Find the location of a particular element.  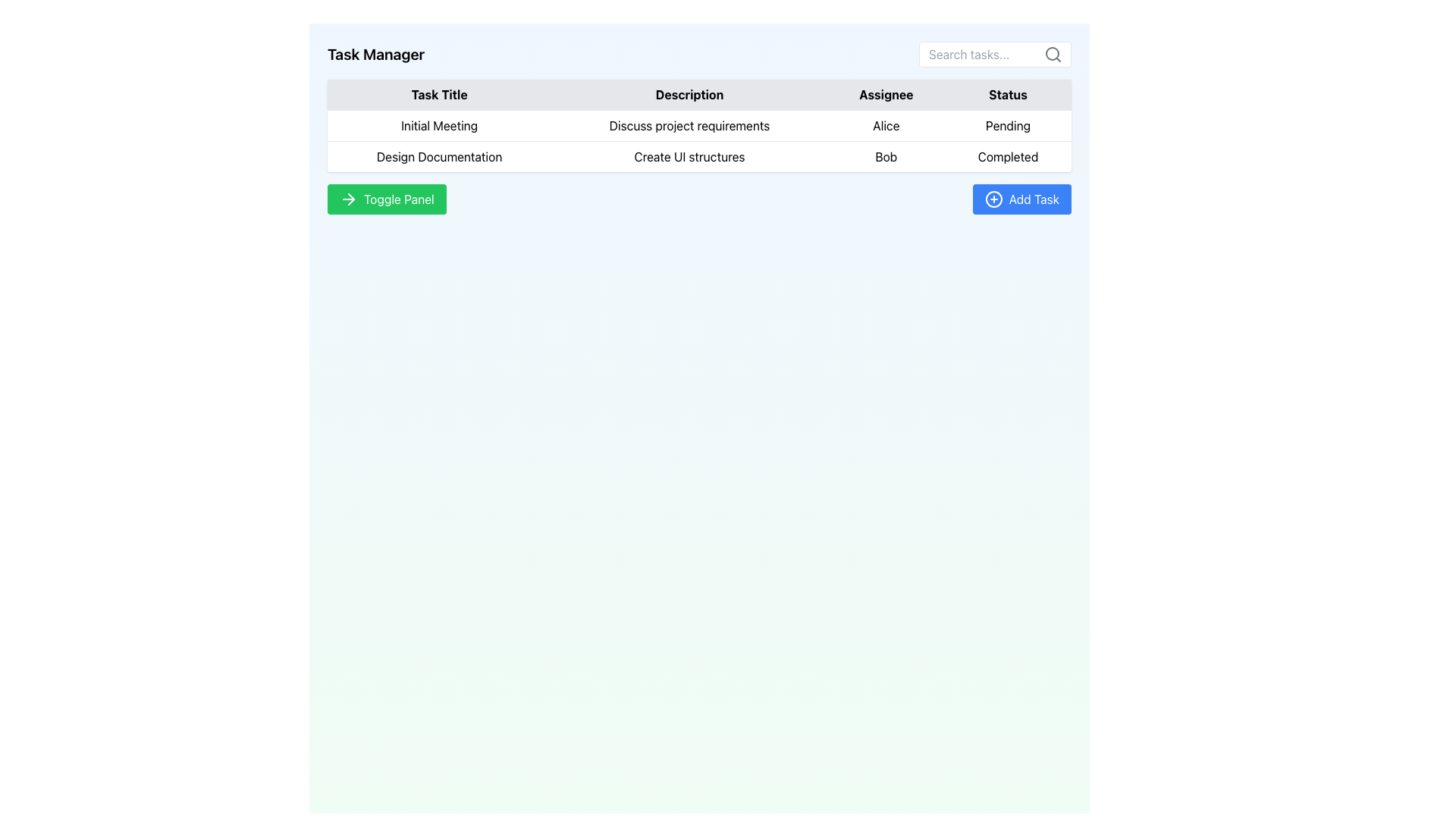

the table cell containing the text 'Initial Meeting' in the 'Task Title' column is located at coordinates (438, 124).